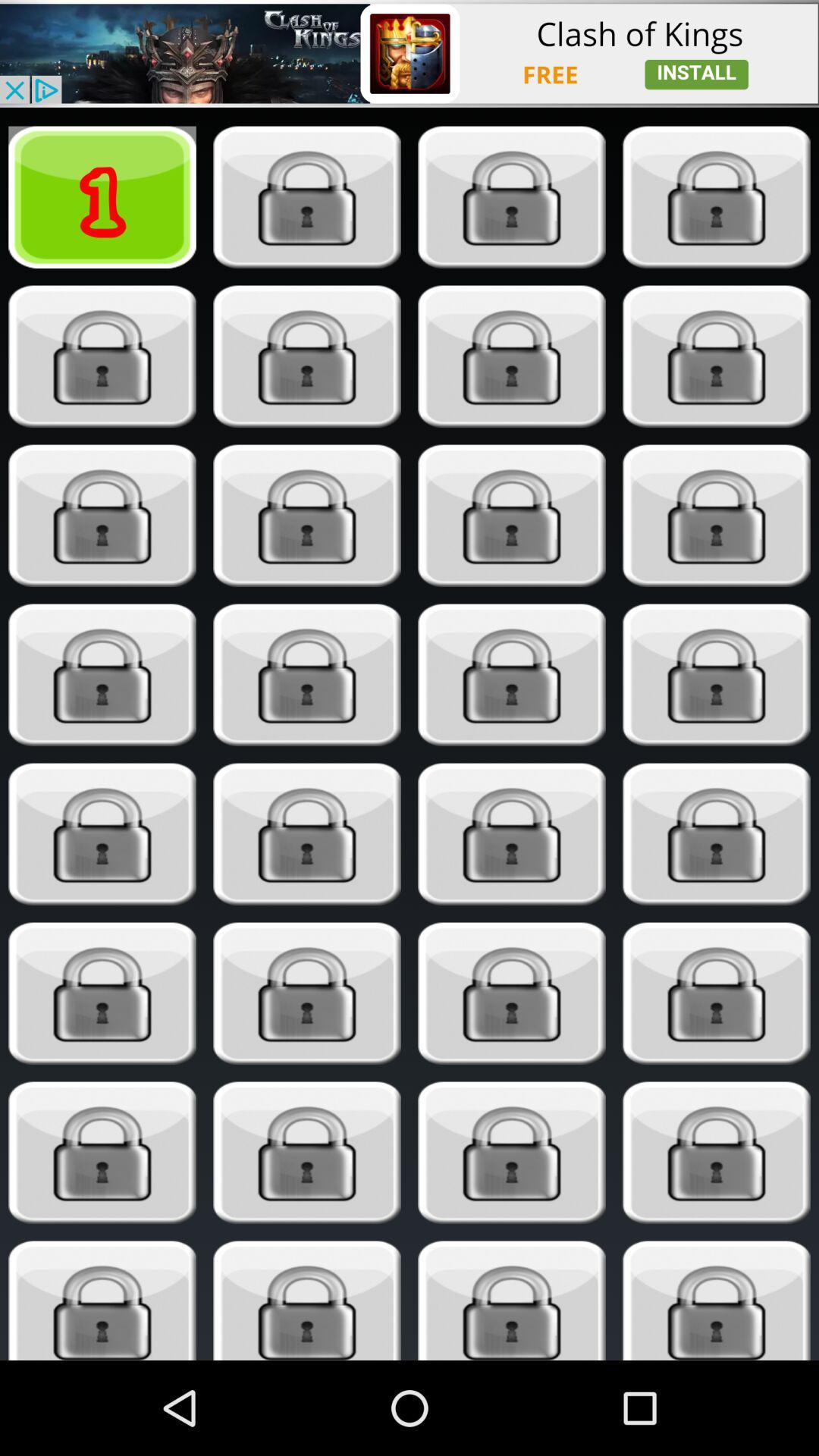 The height and width of the screenshot is (1456, 819). I want to click on unlock button, so click(717, 356).